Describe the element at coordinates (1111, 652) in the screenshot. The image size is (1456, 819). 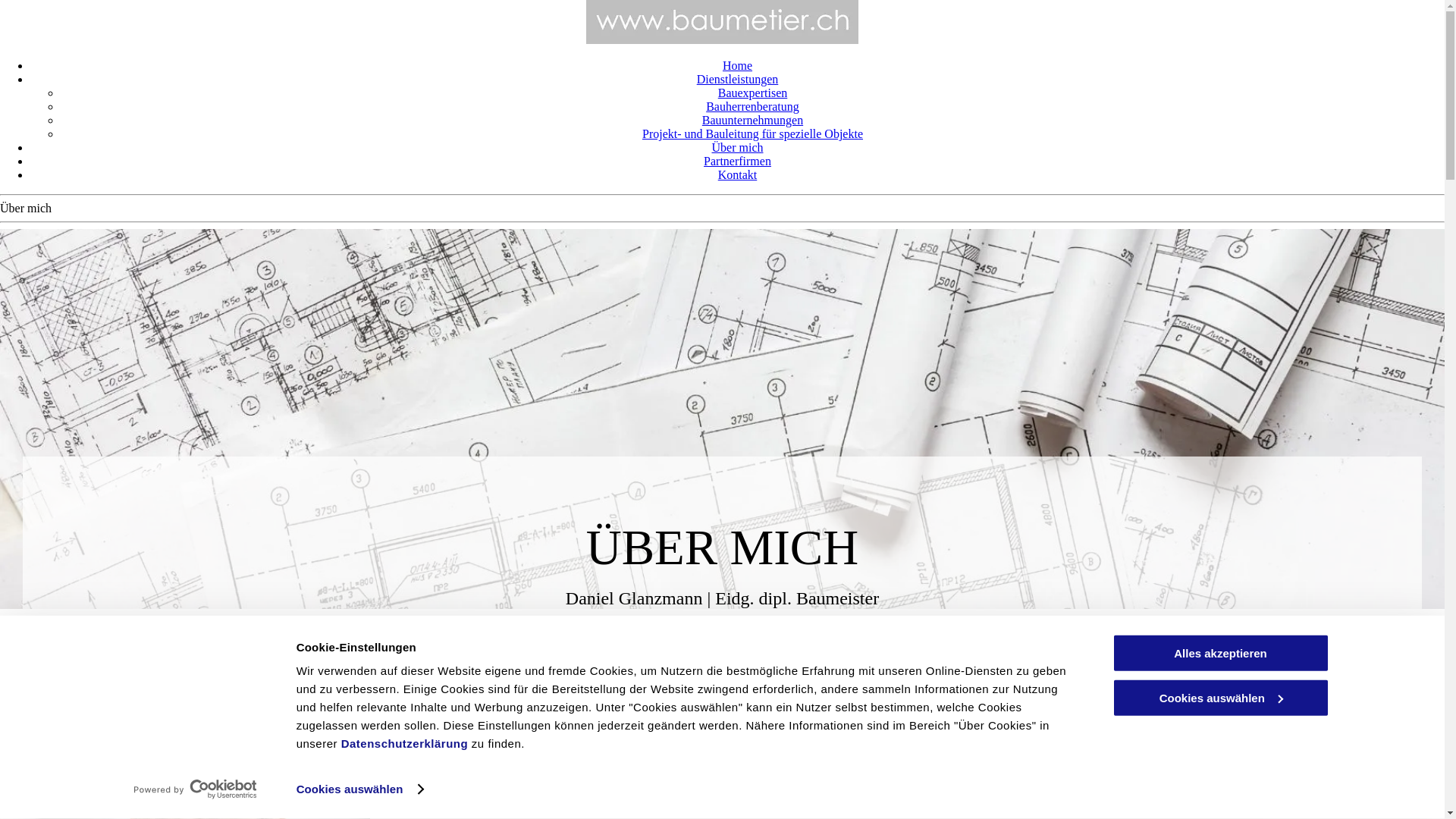
I see `'Alles akzeptieren'` at that location.